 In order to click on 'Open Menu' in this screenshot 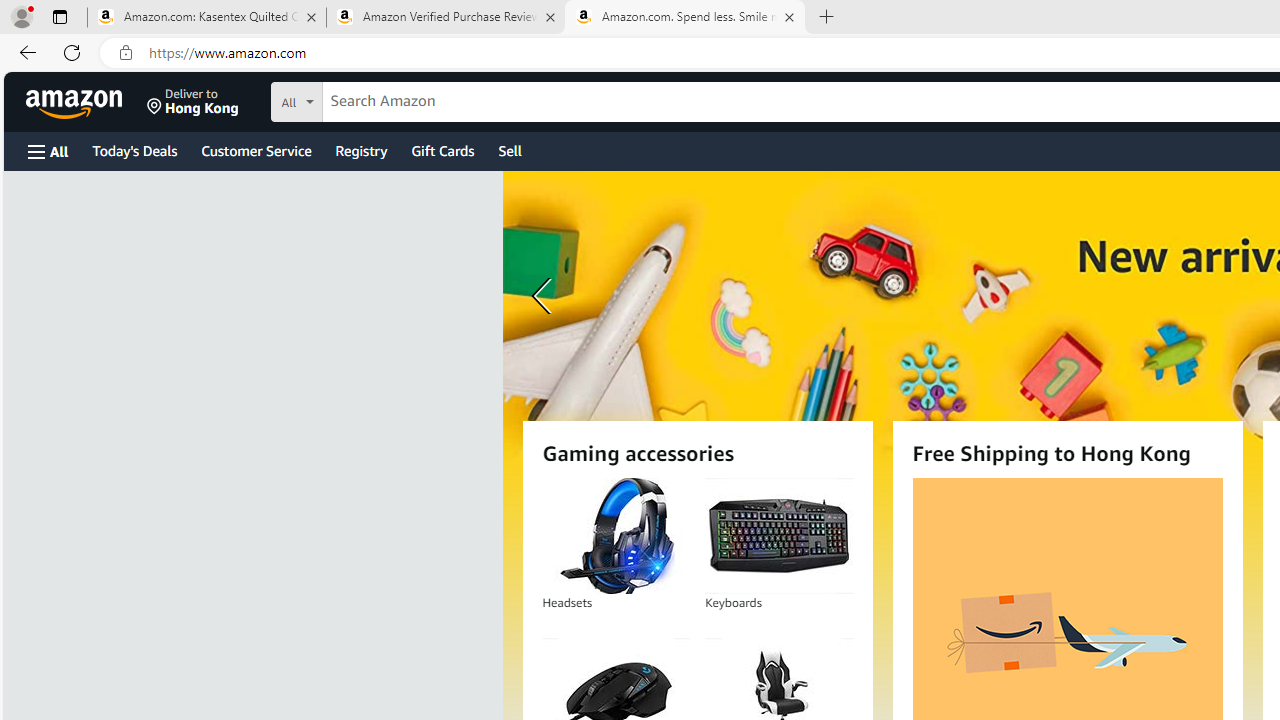, I will do `click(48, 150)`.